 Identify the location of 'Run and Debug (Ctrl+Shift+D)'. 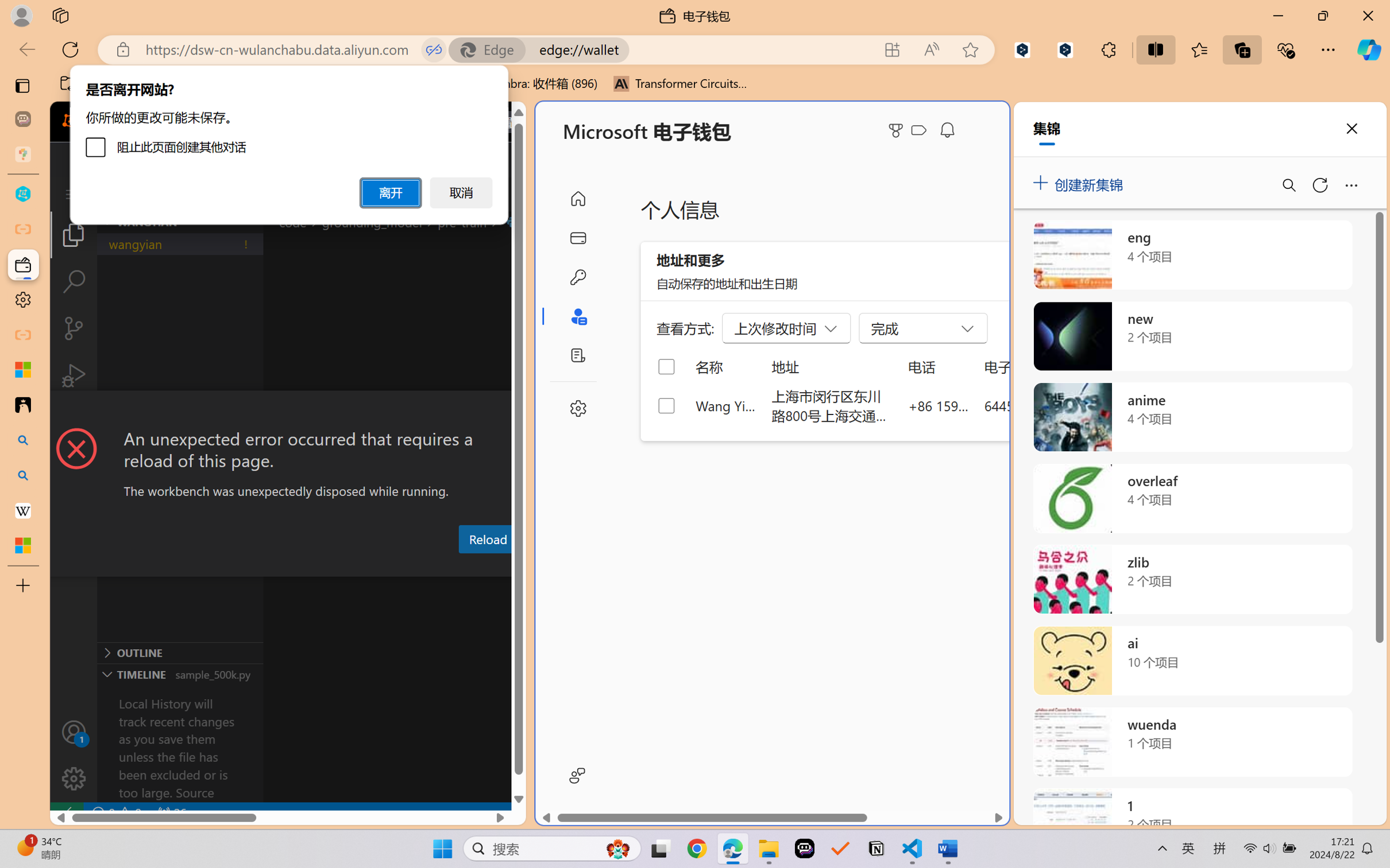
(73, 375).